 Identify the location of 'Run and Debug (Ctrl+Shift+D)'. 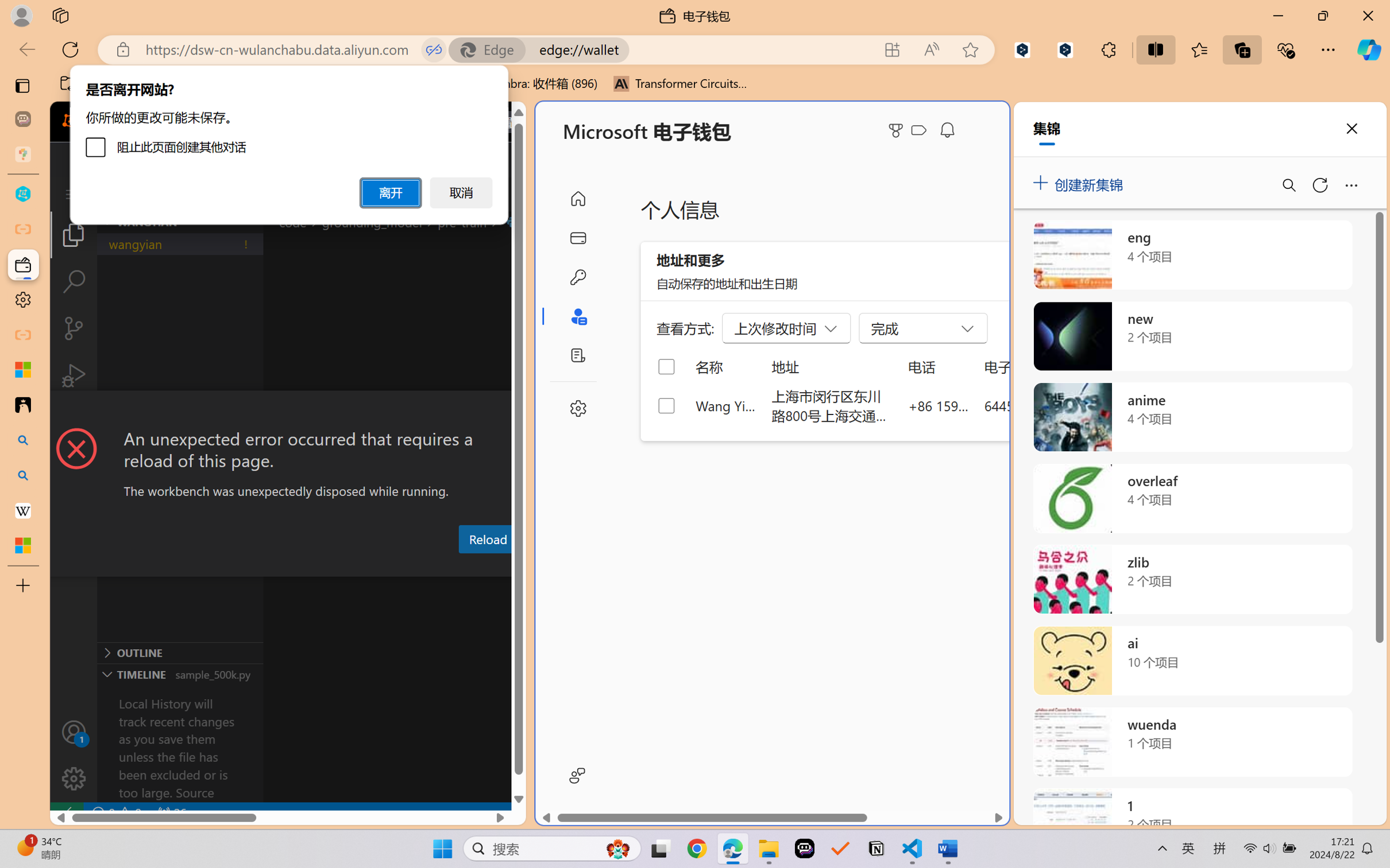
(73, 375).